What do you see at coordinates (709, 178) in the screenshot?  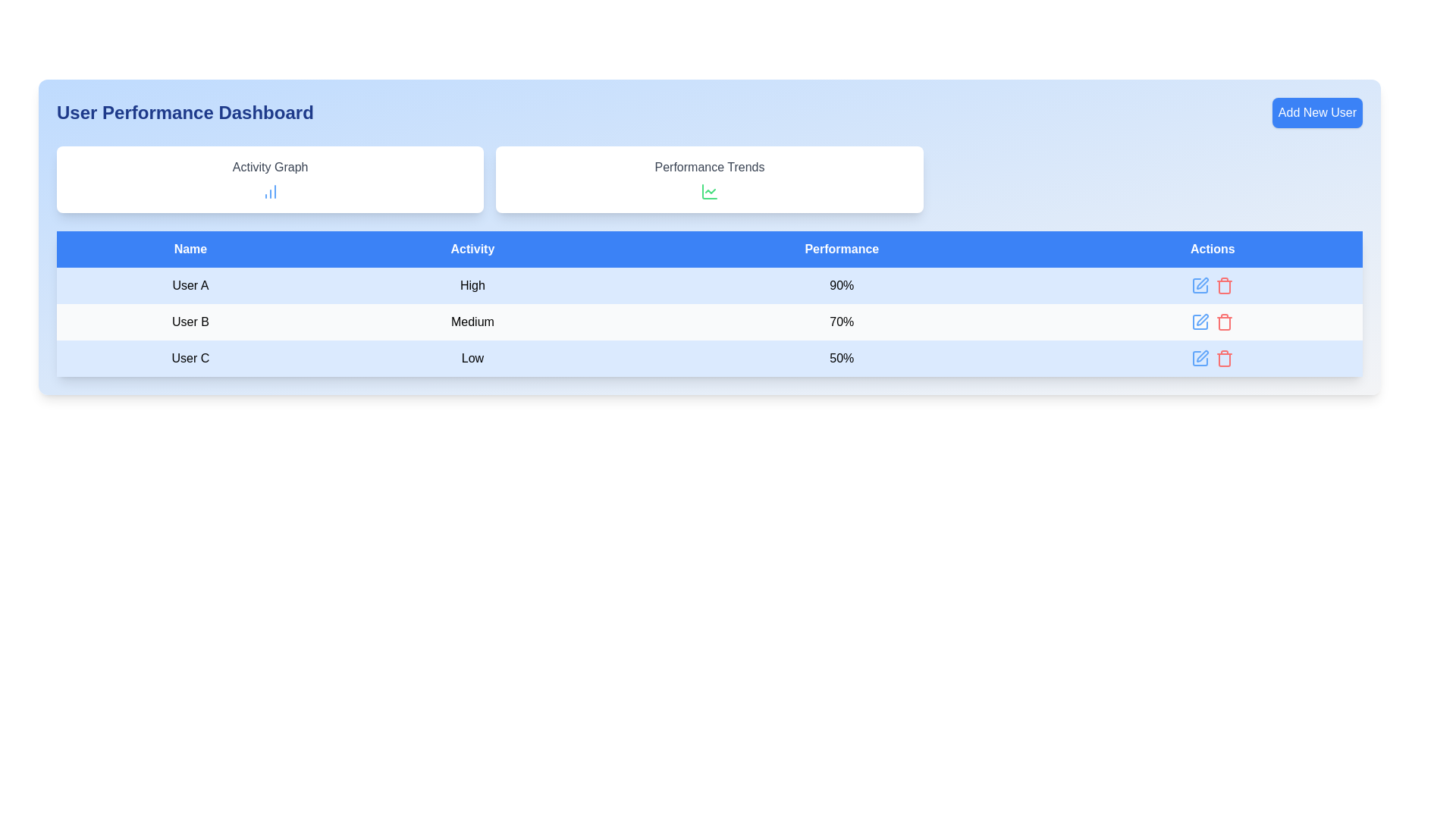 I see `the 'Performance Trends' summary widget located to the right of the 'Activity Graph' card in the upper section of the interface` at bounding box center [709, 178].